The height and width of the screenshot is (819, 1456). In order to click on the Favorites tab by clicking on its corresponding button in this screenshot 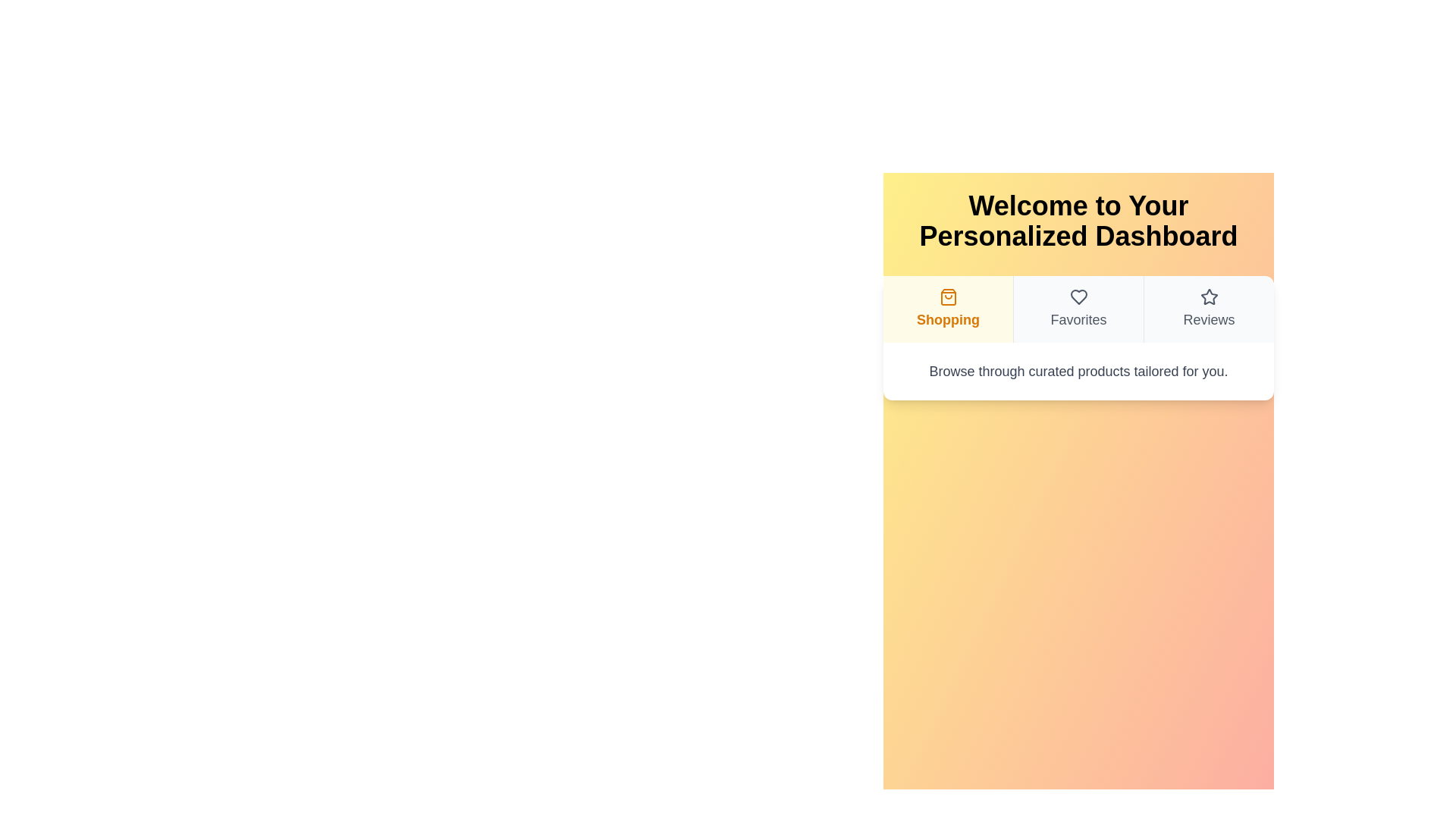, I will do `click(1077, 309)`.